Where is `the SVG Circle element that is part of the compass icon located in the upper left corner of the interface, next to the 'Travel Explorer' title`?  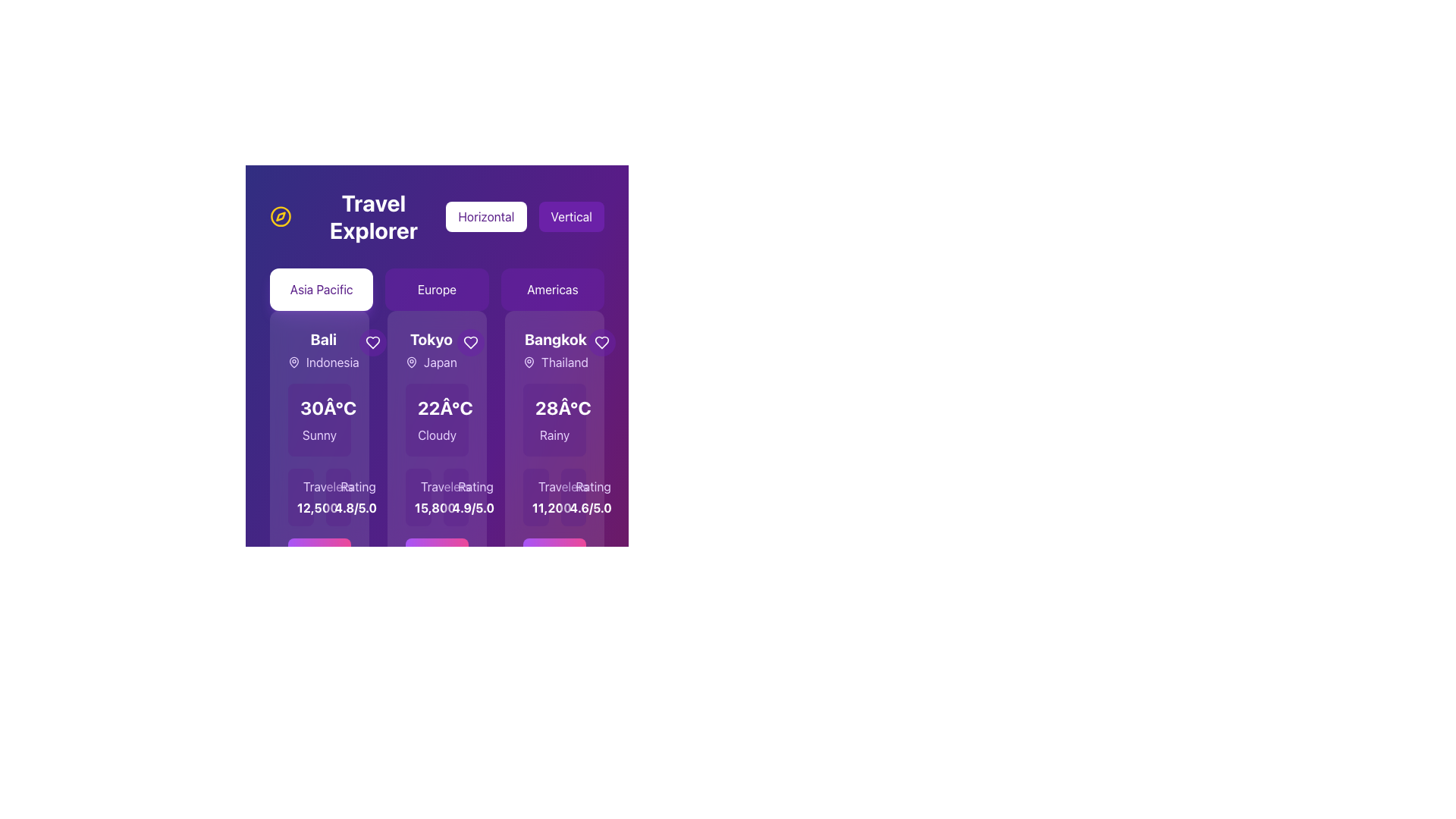 the SVG Circle element that is part of the compass icon located in the upper left corner of the interface, next to the 'Travel Explorer' title is located at coordinates (281, 216).